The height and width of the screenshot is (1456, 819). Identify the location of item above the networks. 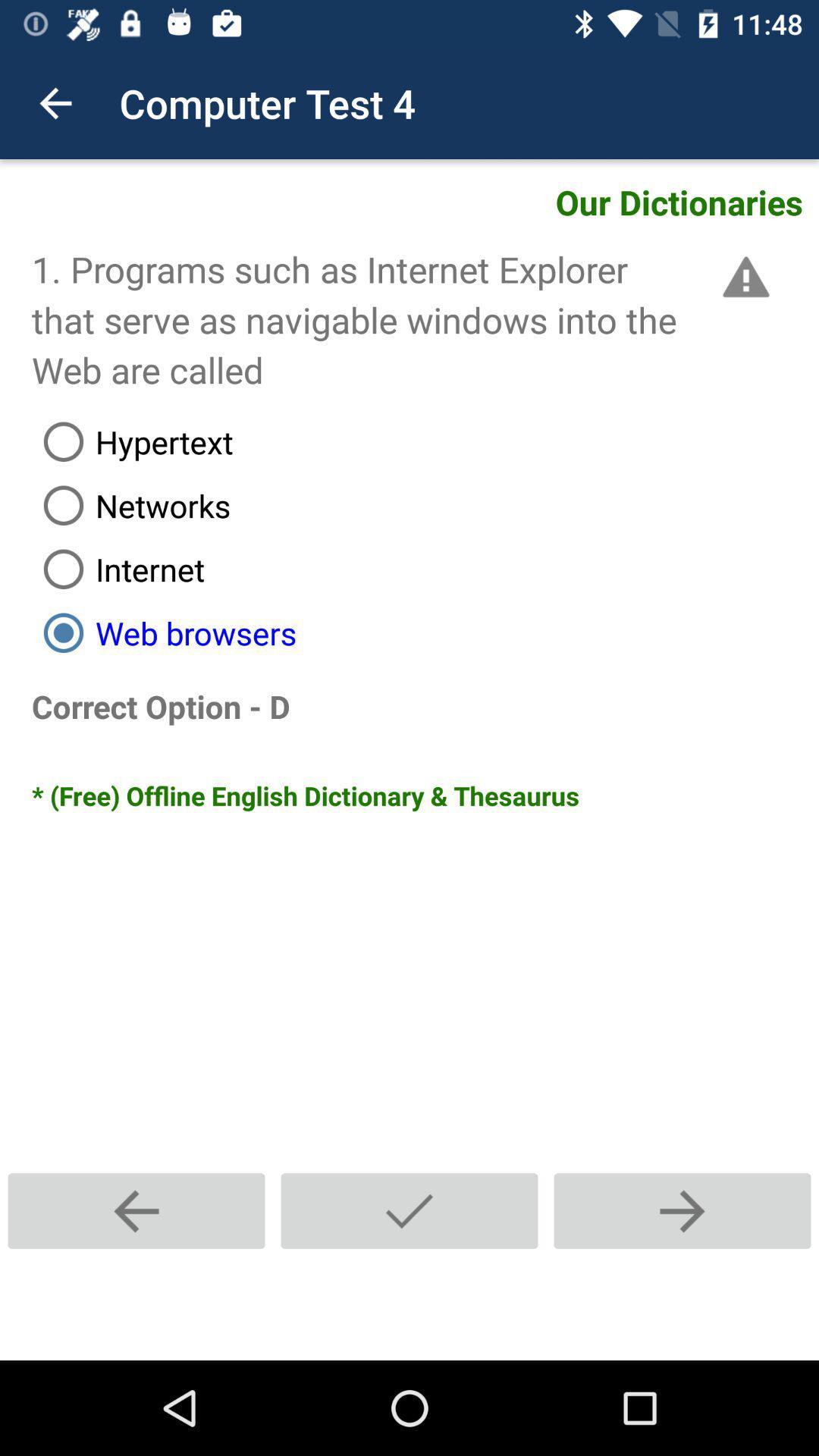
(425, 441).